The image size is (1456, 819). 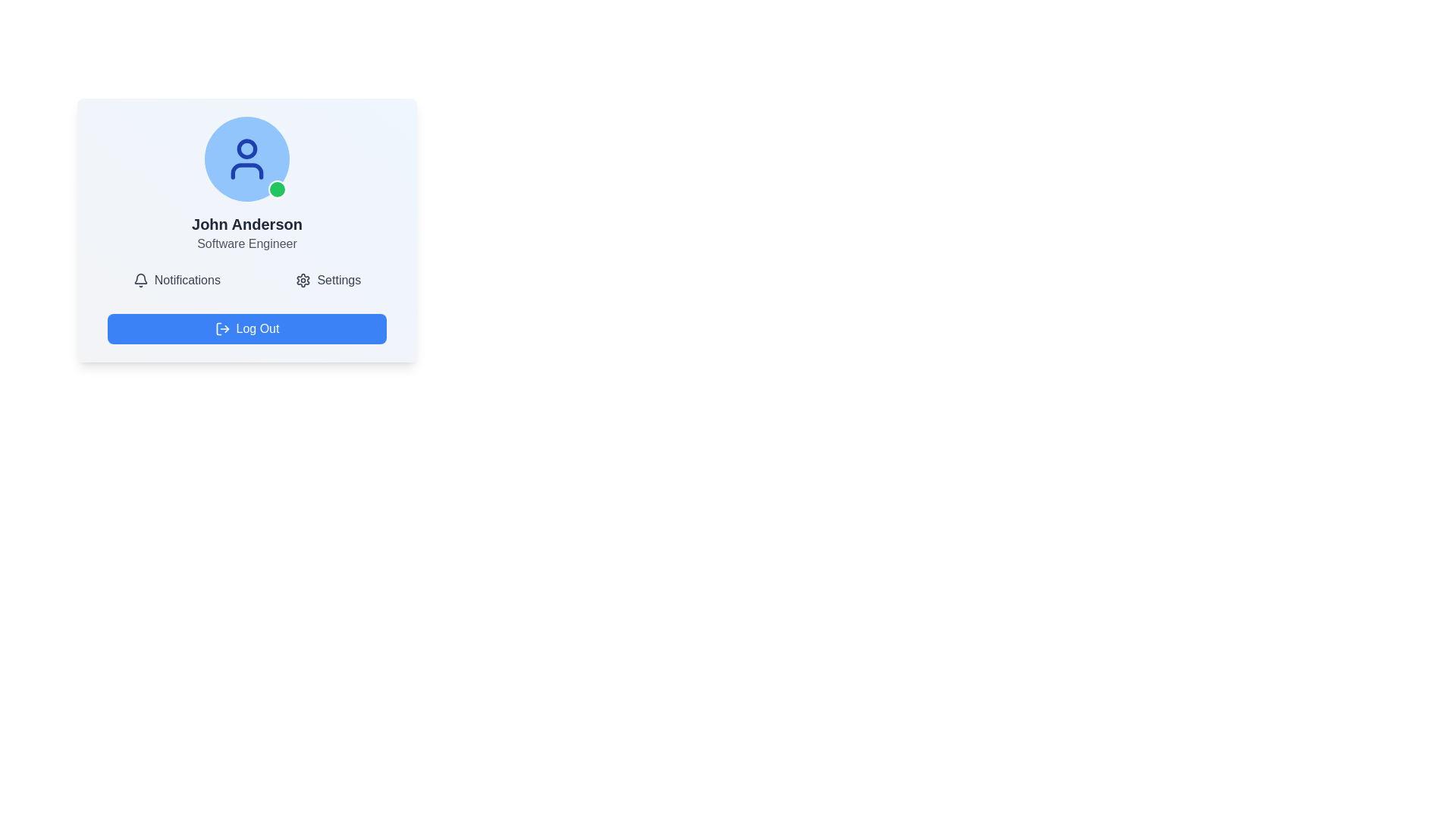 What do you see at coordinates (338, 281) in the screenshot?
I see `the 'Settings' semantic label, which is displayed in bold dark gray font, located next to the gear icon` at bounding box center [338, 281].